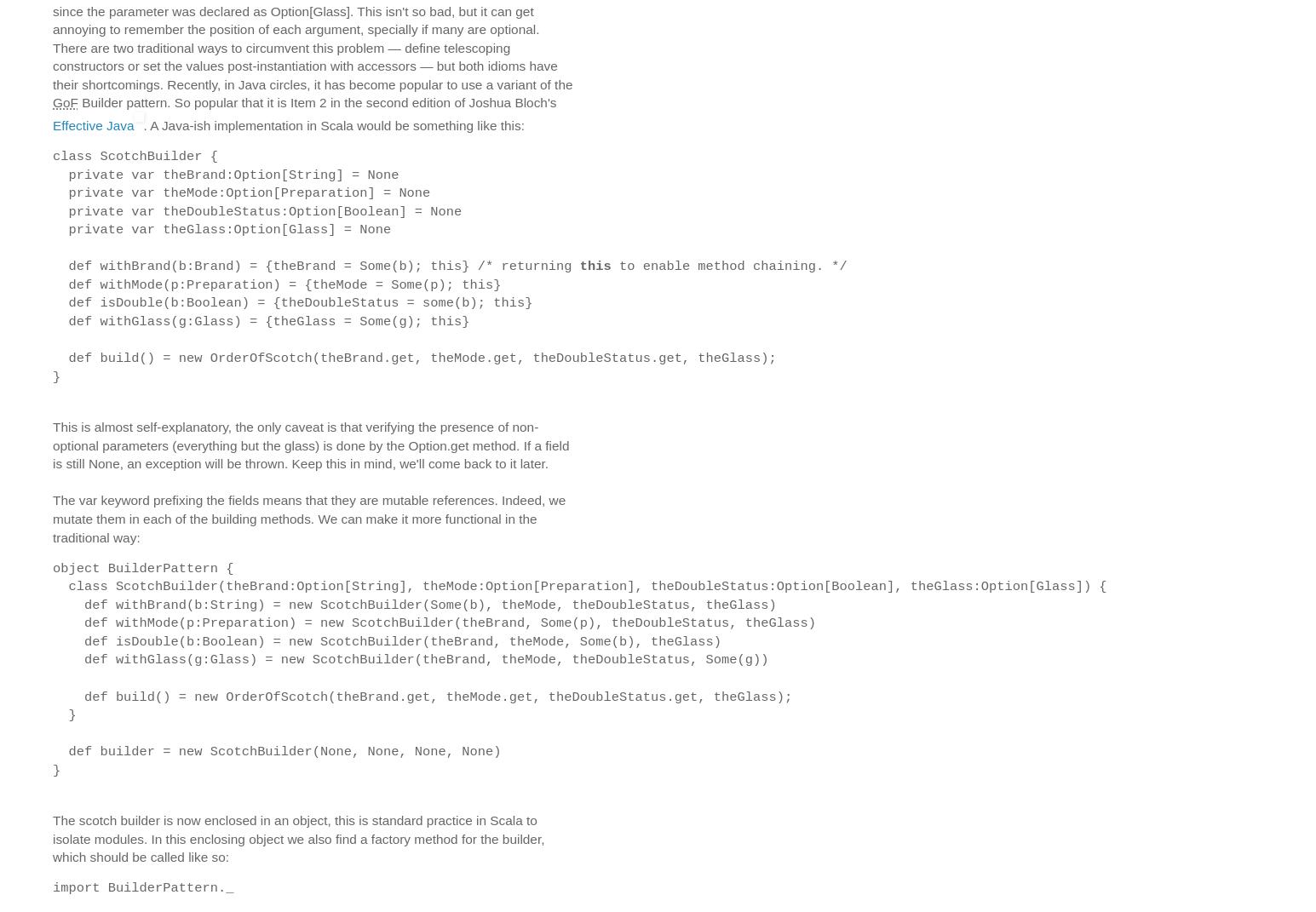  Describe the element at coordinates (261, 320) in the screenshot. I see `'def withGlass(g:Glass) = {theGlass = Some(g); this}'` at that location.